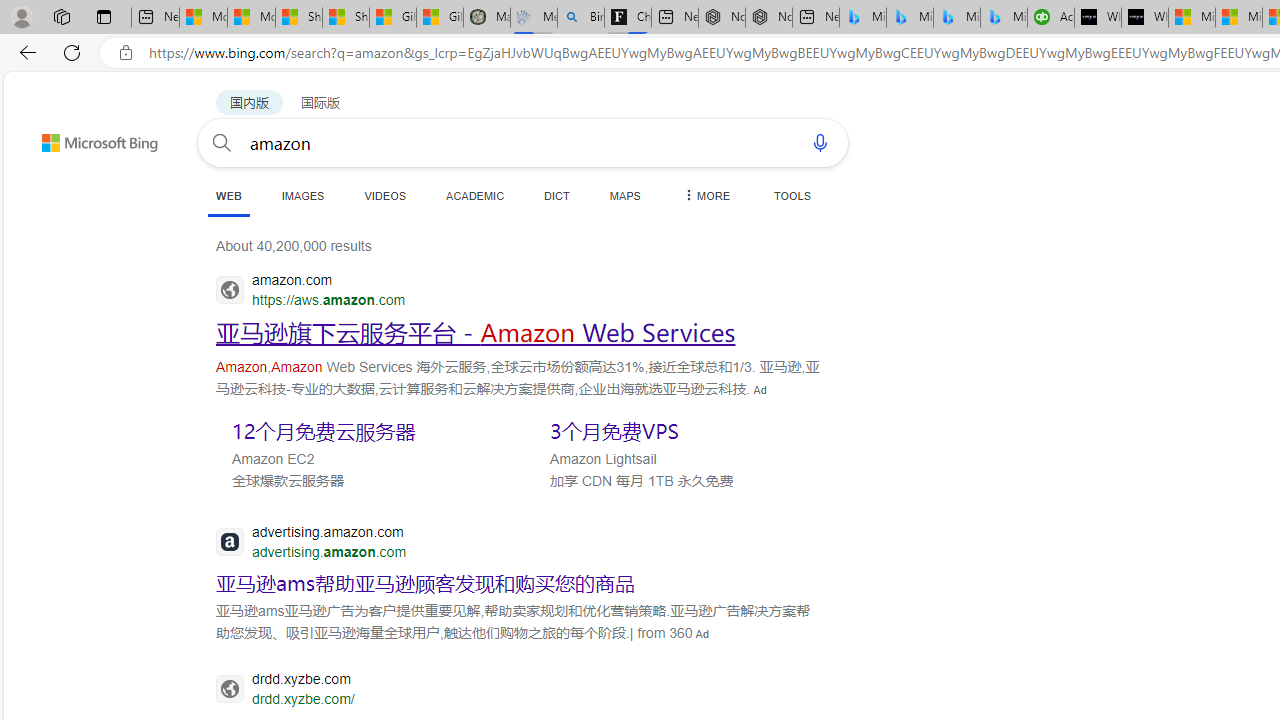 Image resolution: width=1280 pixels, height=720 pixels. Describe the element at coordinates (1145, 17) in the screenshot. I see `'What'` at that location.